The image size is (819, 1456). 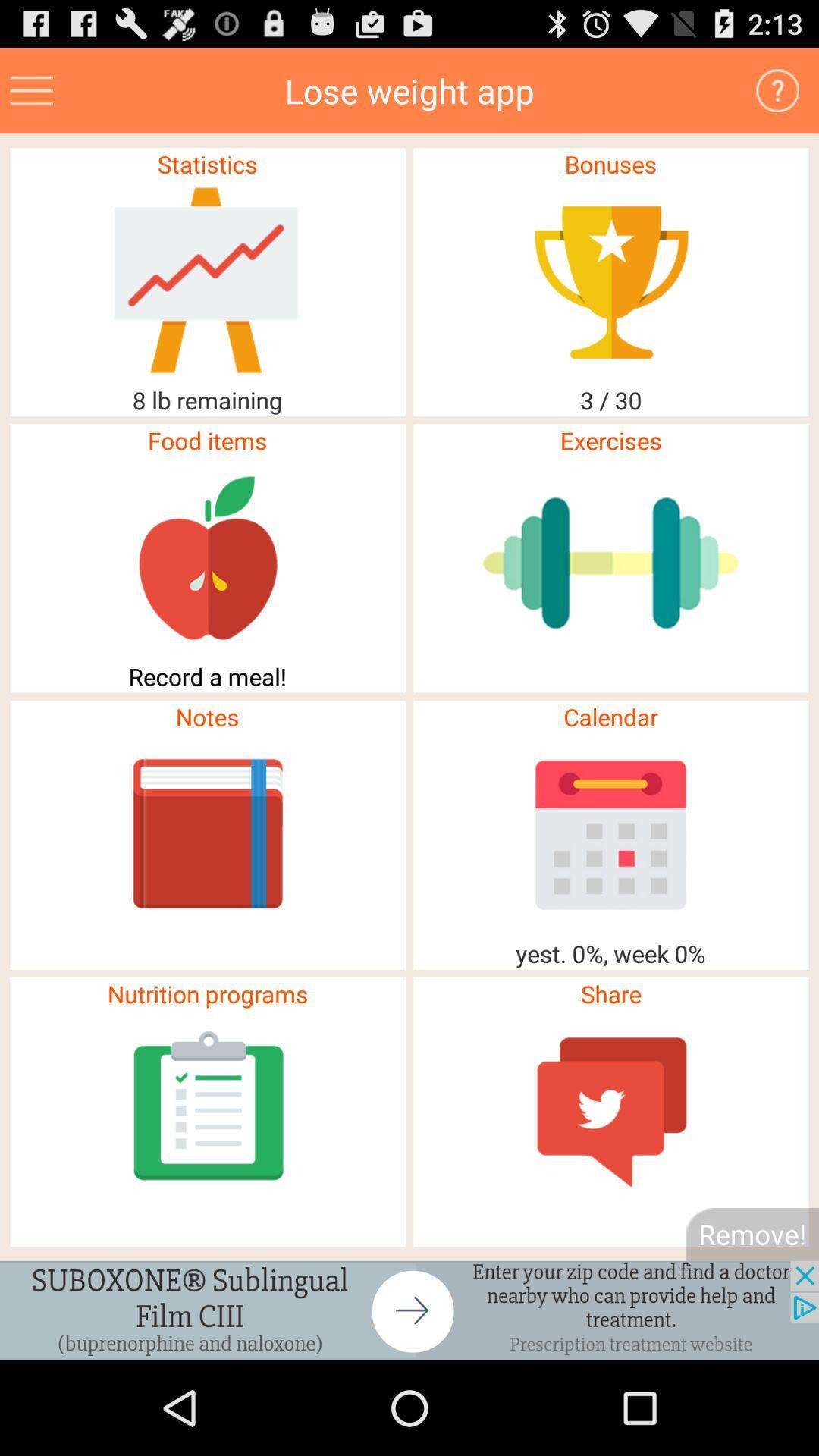 I want to click on menu page, so click(x=31, y=89).